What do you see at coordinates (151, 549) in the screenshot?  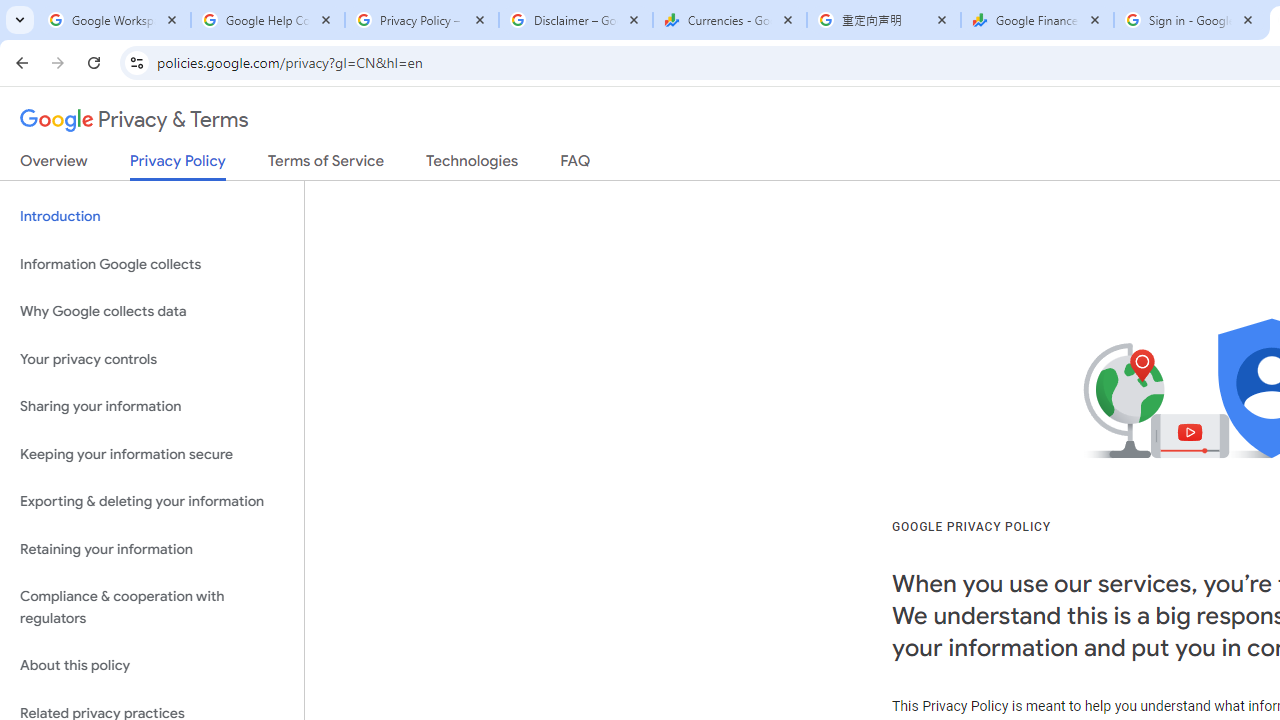 I see `'Retaining your information'` at bounding box center [151, 549].